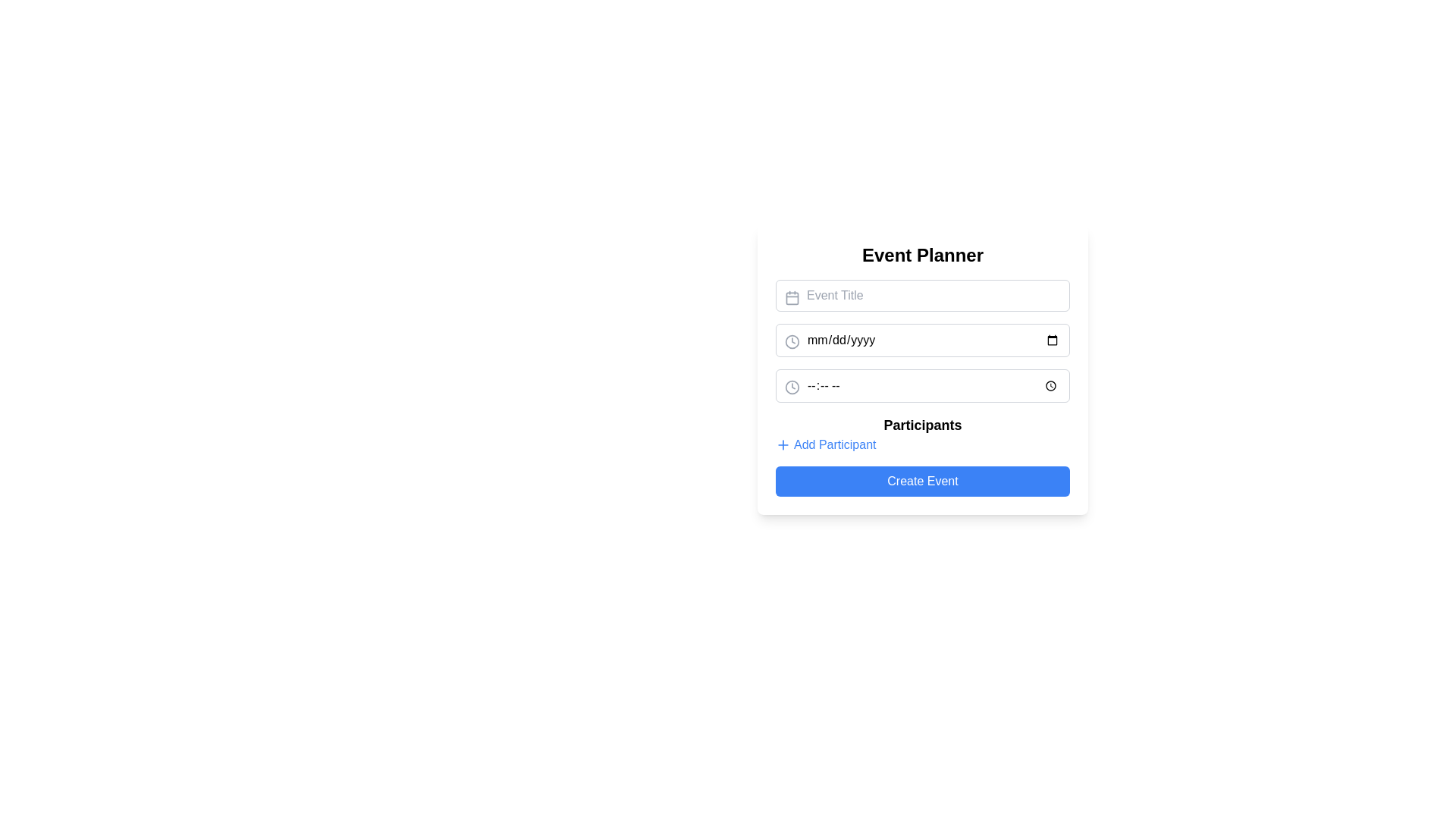 The height and width of the screenshot is (819, 1456). I want to click on the main form area of the 'Event Planner' UI, which contains various inputs for event details, so click(922, 388).